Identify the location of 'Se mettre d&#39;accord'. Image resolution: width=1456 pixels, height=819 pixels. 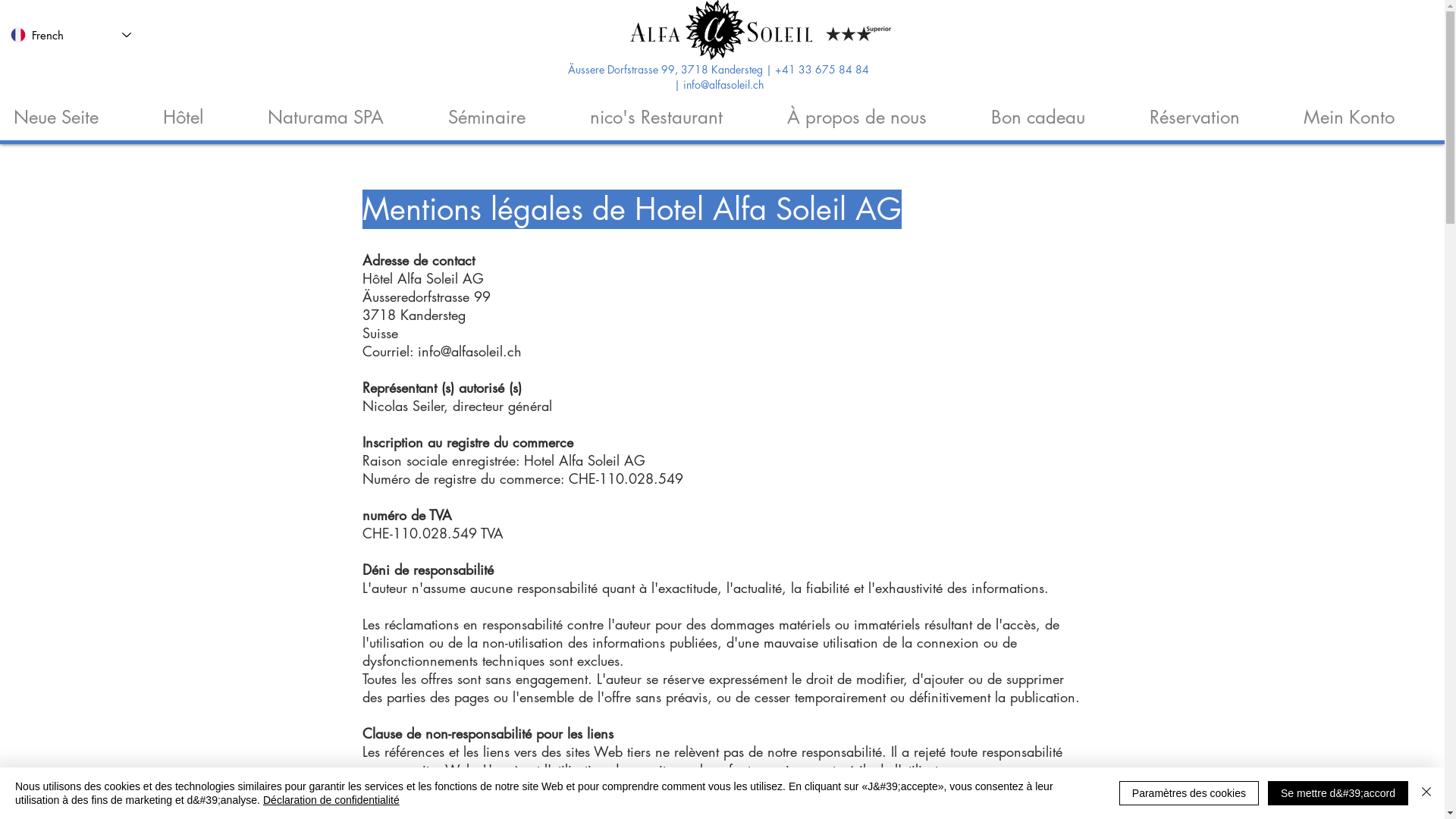
(1338, 792).